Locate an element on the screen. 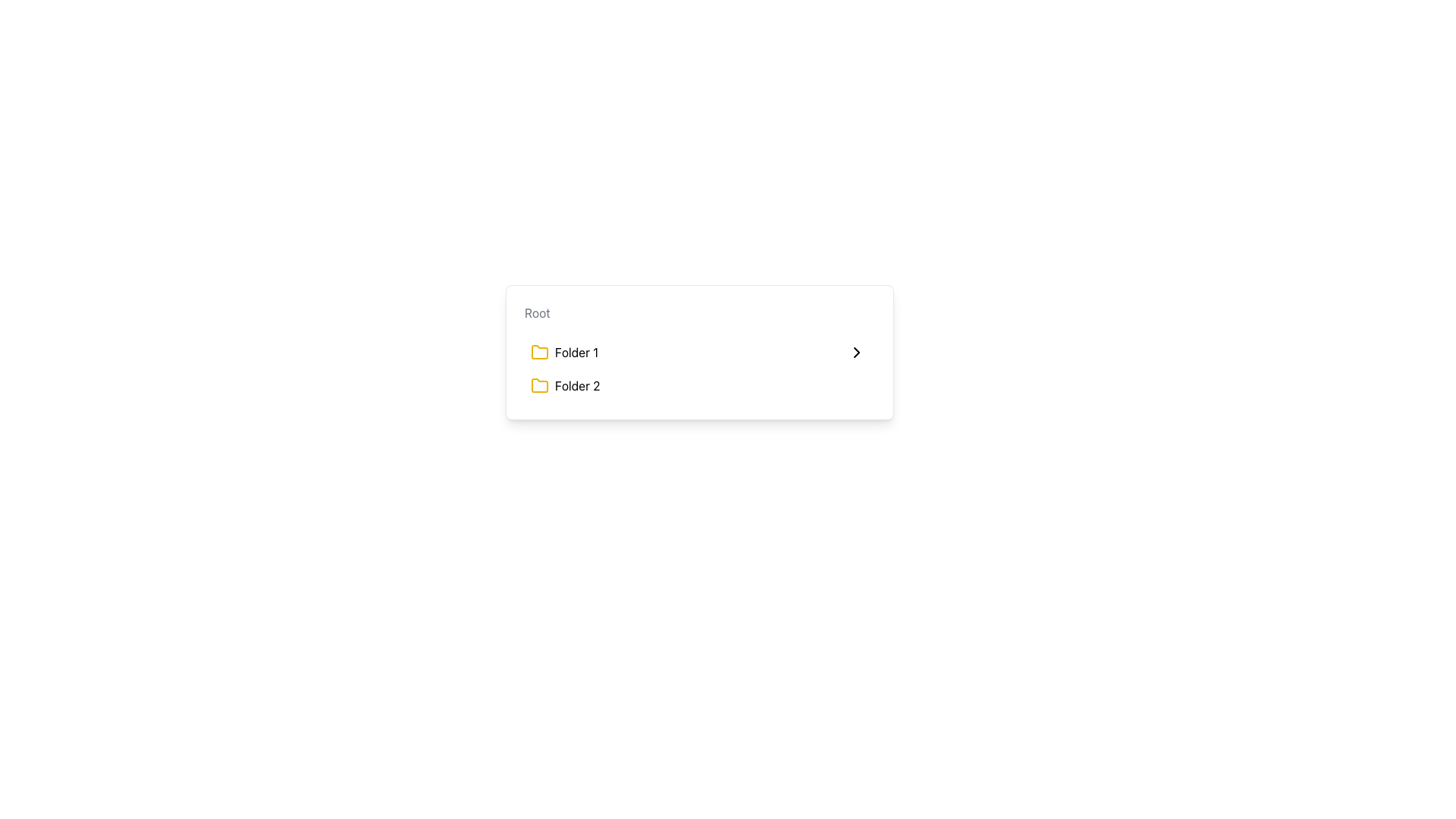  the right-pointing Chevron icon located to the right of the 'Folder 1' text is located at coordinates (856, 353).